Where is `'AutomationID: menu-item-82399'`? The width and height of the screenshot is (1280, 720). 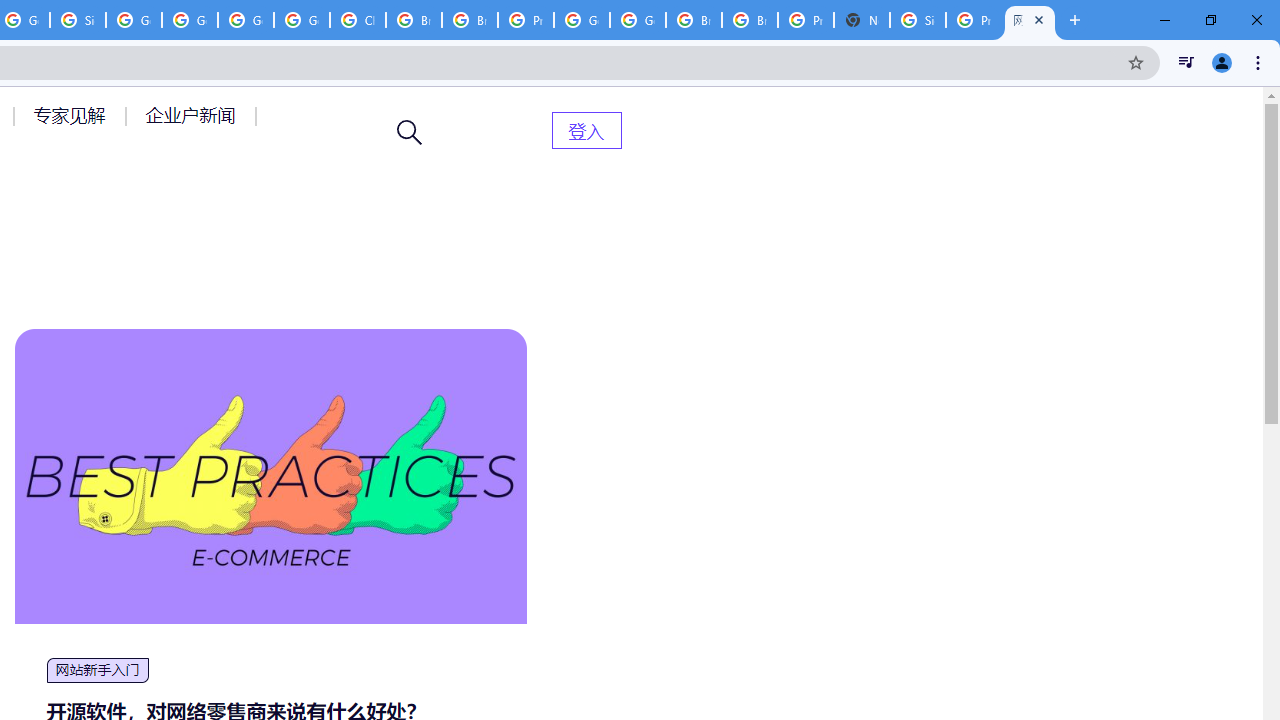 'AutomationID: menu-item-82399' is located at coordinates (585, 129).